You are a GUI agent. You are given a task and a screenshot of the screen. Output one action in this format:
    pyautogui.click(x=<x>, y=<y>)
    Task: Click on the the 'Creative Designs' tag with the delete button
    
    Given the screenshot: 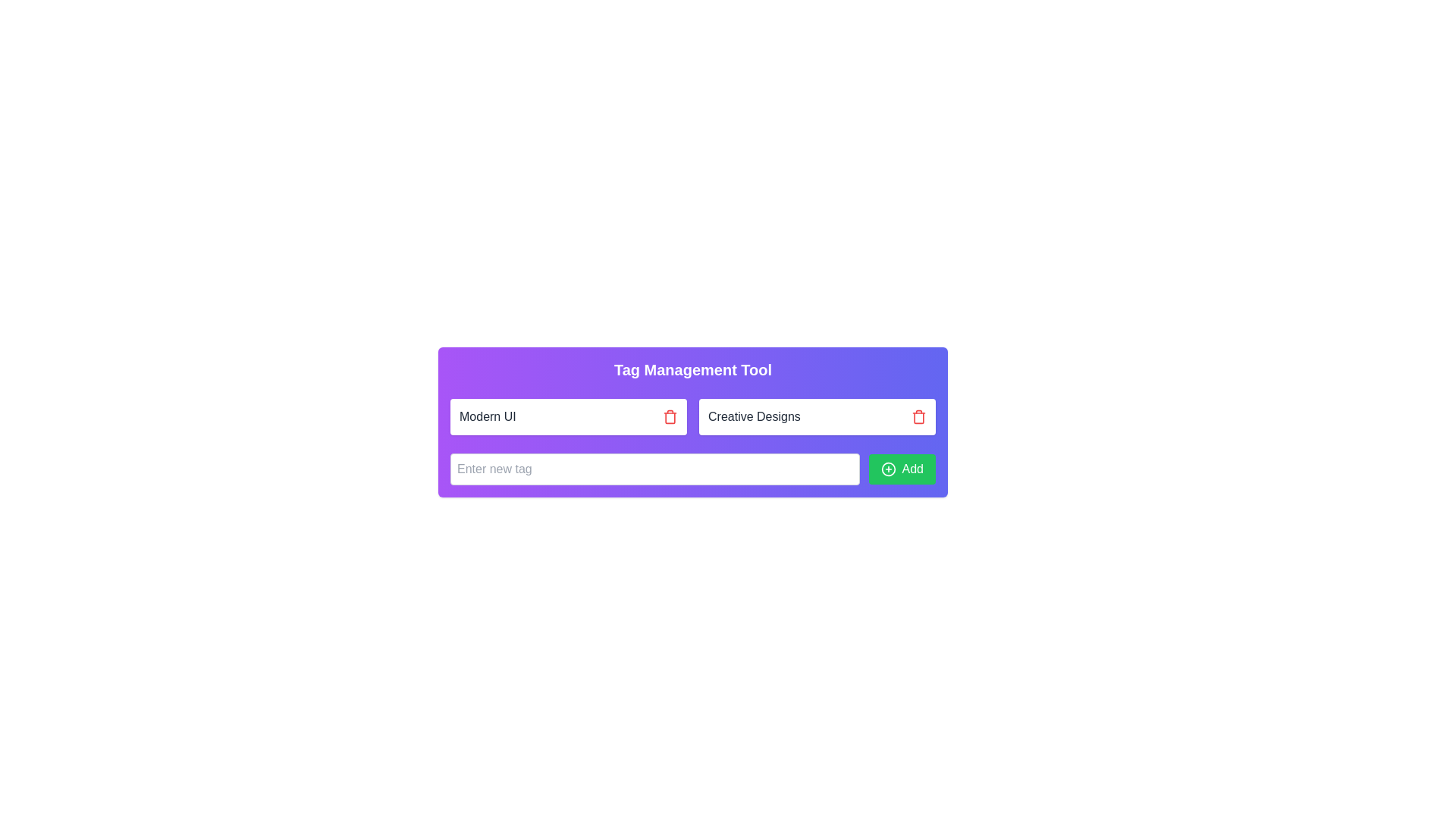 What is the action you would take?
    pyautogui.click(x=817, y=417)
    